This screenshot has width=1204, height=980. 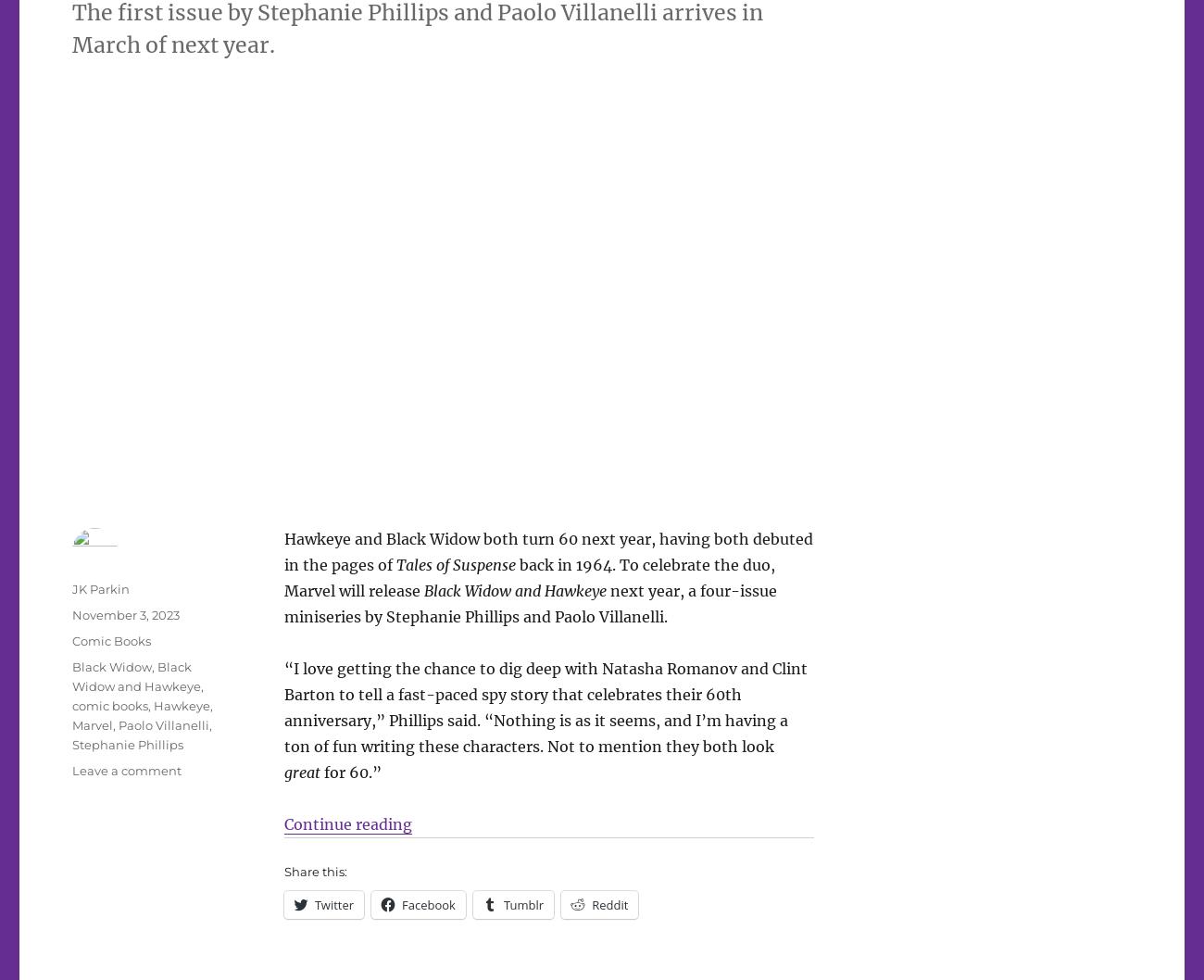 I want to click on 'Twitter', so click(x=332, y=903).